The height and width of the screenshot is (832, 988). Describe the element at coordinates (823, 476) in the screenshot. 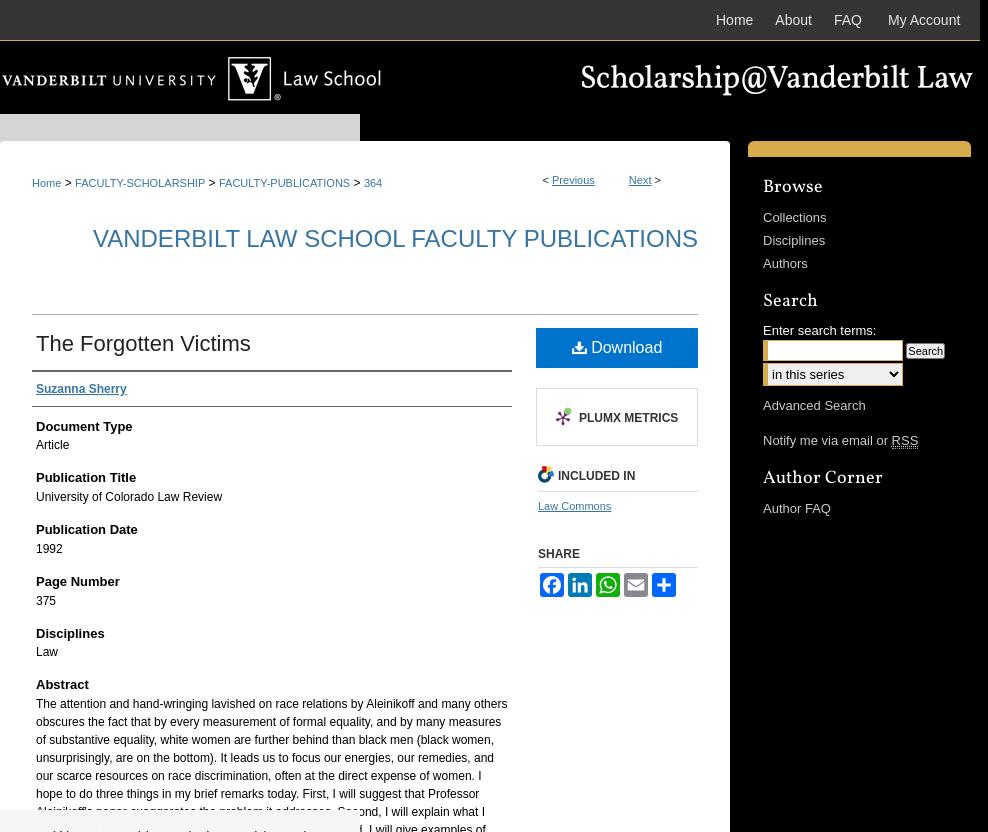

I see `'Author Corner'` at that location.